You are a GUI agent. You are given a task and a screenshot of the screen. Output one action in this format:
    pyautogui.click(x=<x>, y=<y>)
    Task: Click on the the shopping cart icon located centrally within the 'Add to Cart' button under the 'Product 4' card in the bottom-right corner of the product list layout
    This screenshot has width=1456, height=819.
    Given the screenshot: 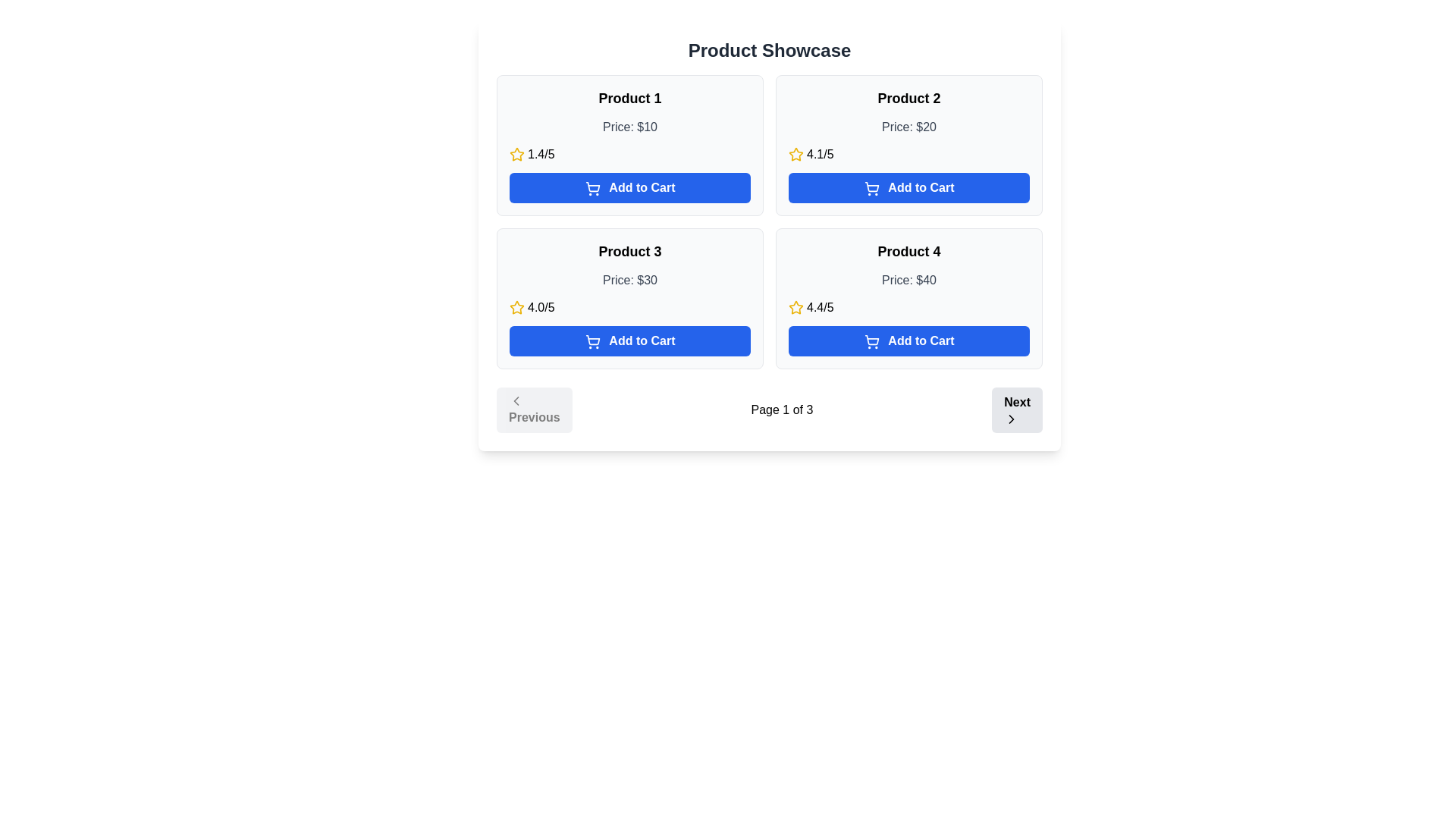 What is the action you would take?
    pyautogui.click(x=871, y=339)
    